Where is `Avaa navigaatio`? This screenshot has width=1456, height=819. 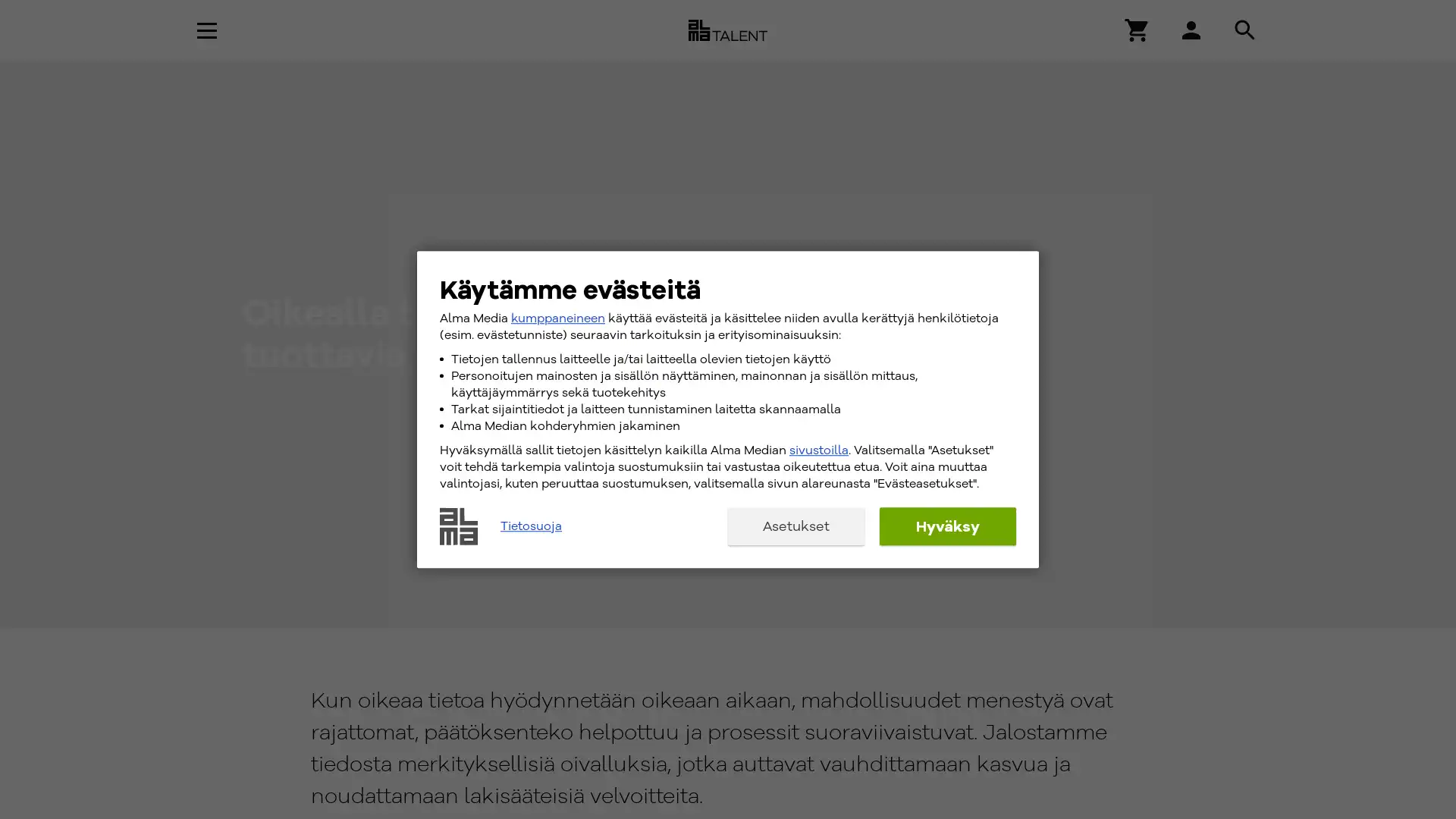
Avaa navigaatio is located at coordinates (206, 30).